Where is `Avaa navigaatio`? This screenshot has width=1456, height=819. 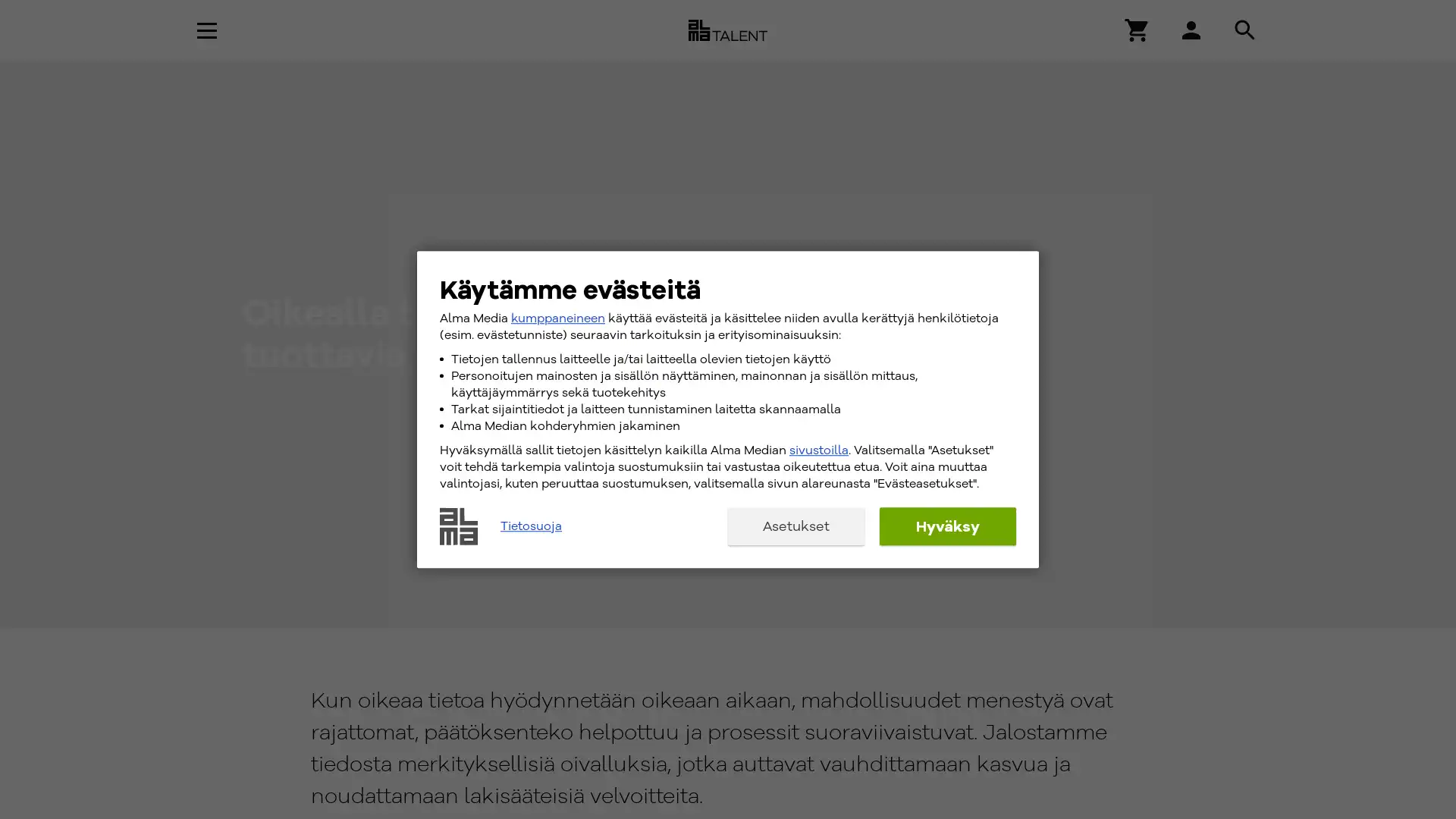
Avaa navigaatio is located at coordinates (206, 30).